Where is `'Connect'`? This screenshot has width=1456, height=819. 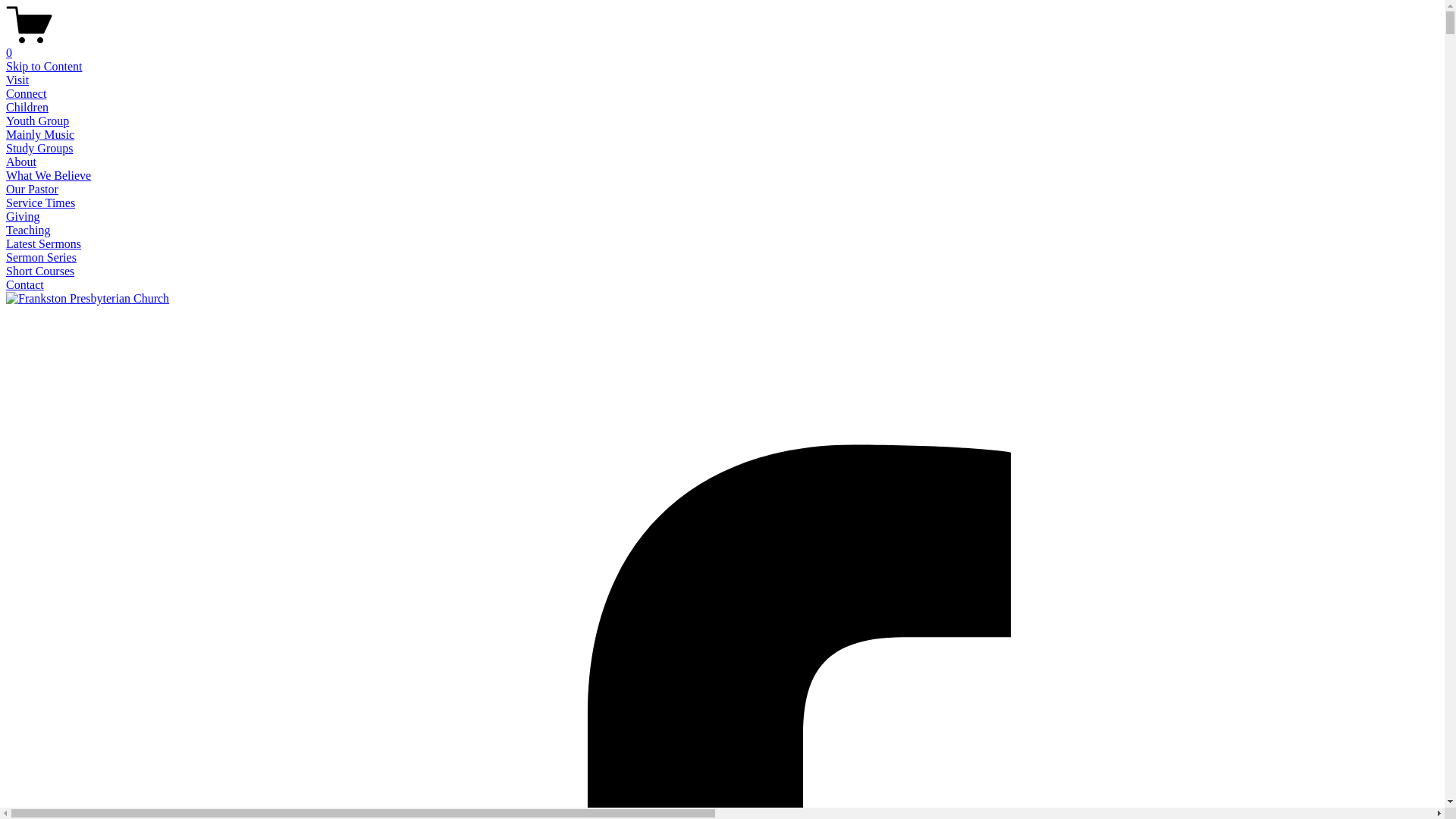
'Connect' is located at coordinates (6, 93).